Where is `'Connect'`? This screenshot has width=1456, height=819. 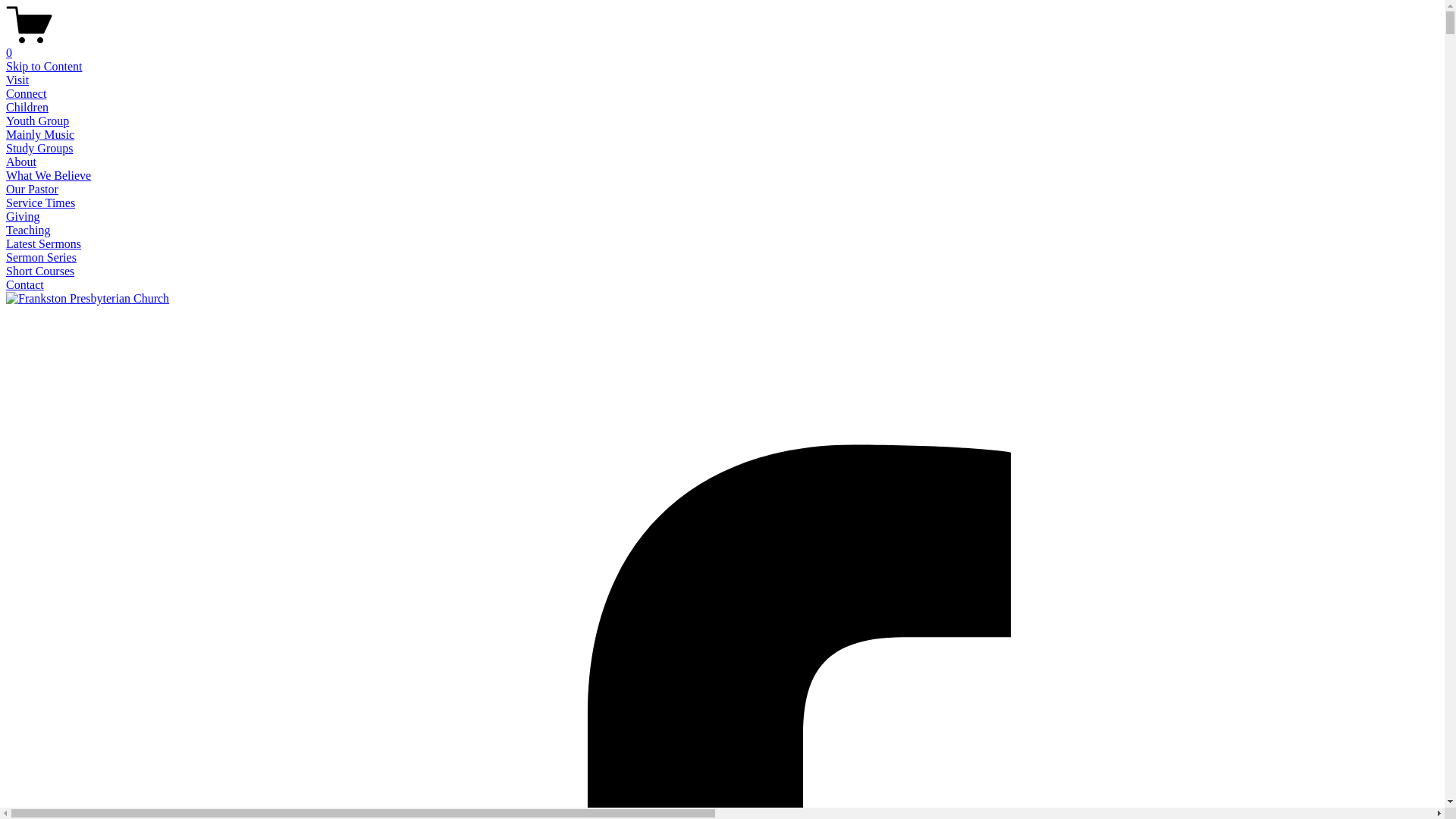
'Connect' is located at coordinates (6, 93).